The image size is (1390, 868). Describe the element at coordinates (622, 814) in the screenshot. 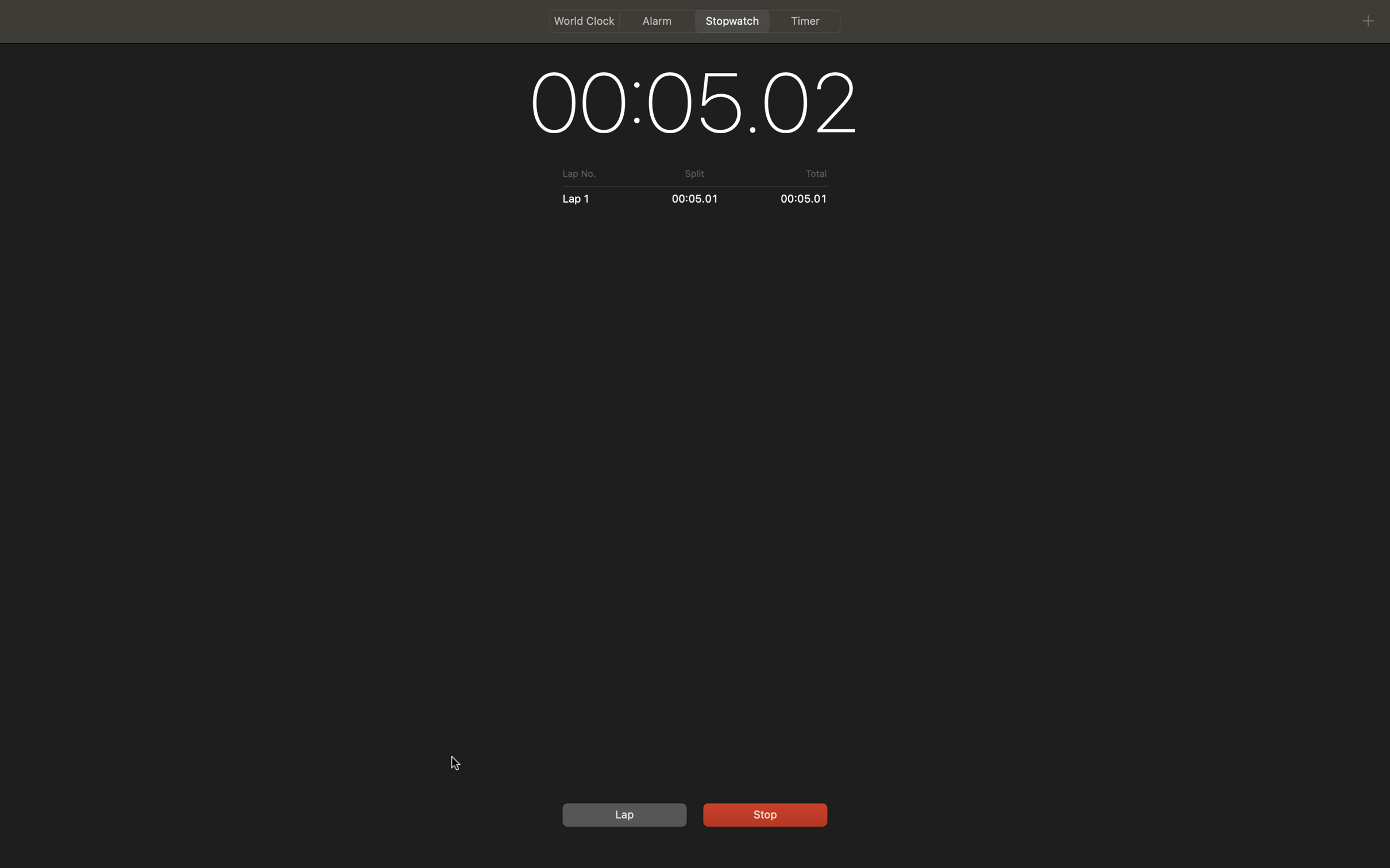

I see `Record two lap times and then stop the timer` at that location.